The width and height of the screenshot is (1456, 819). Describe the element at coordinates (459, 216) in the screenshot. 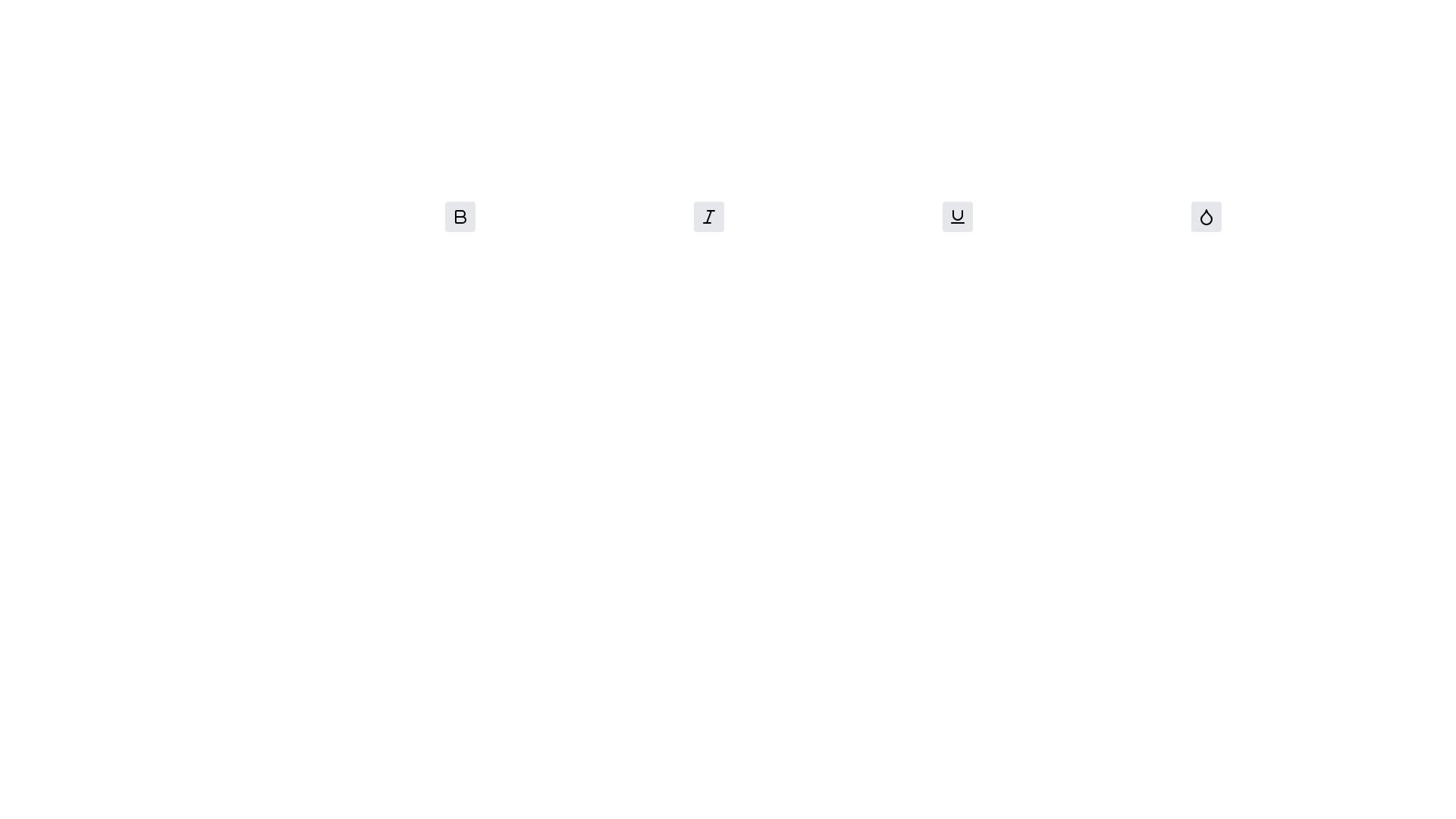

I see `the bold text formatting icon located centrally within the row of formatting options` at that location.